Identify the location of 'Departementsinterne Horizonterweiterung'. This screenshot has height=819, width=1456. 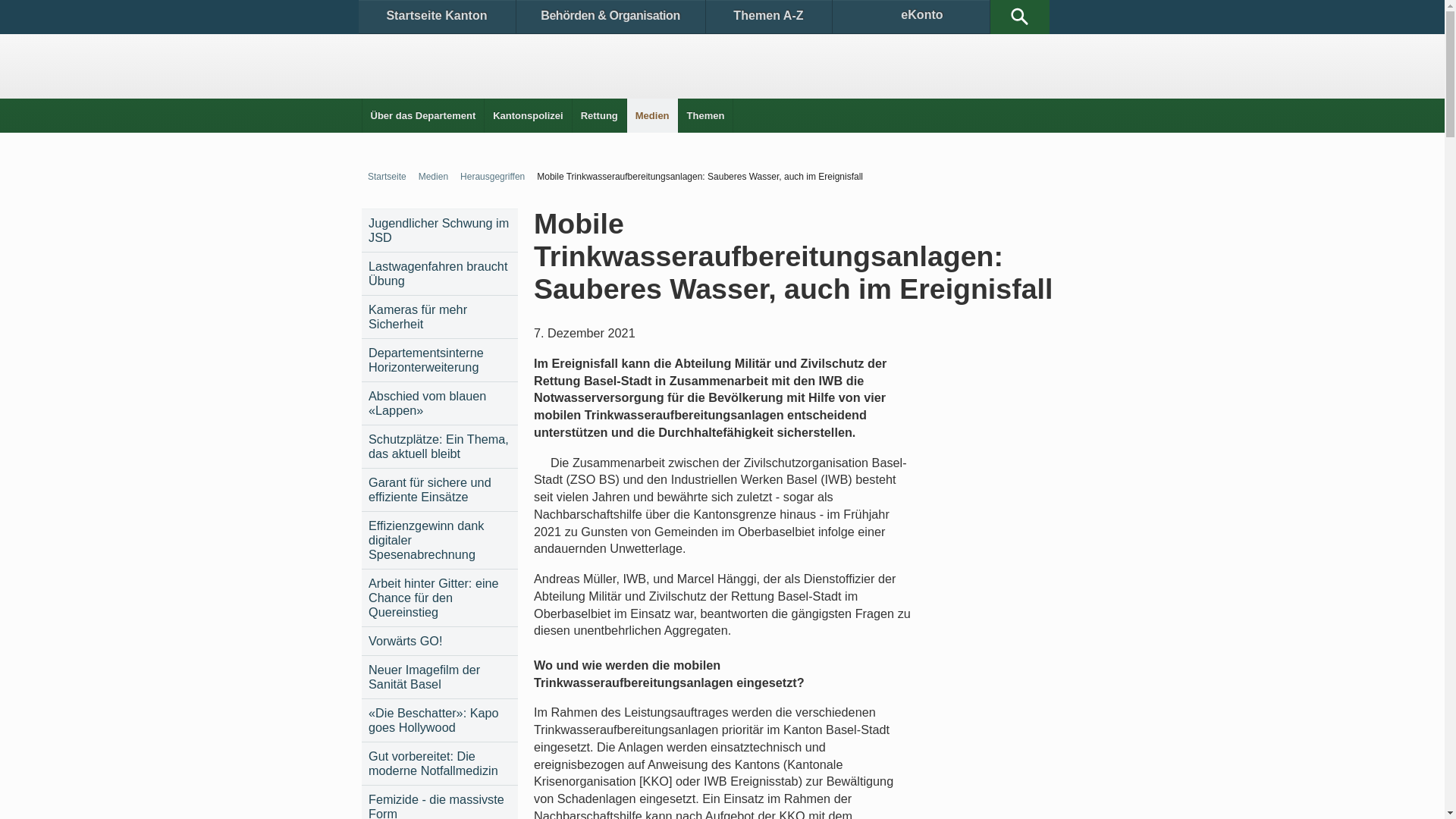
(439, 359).